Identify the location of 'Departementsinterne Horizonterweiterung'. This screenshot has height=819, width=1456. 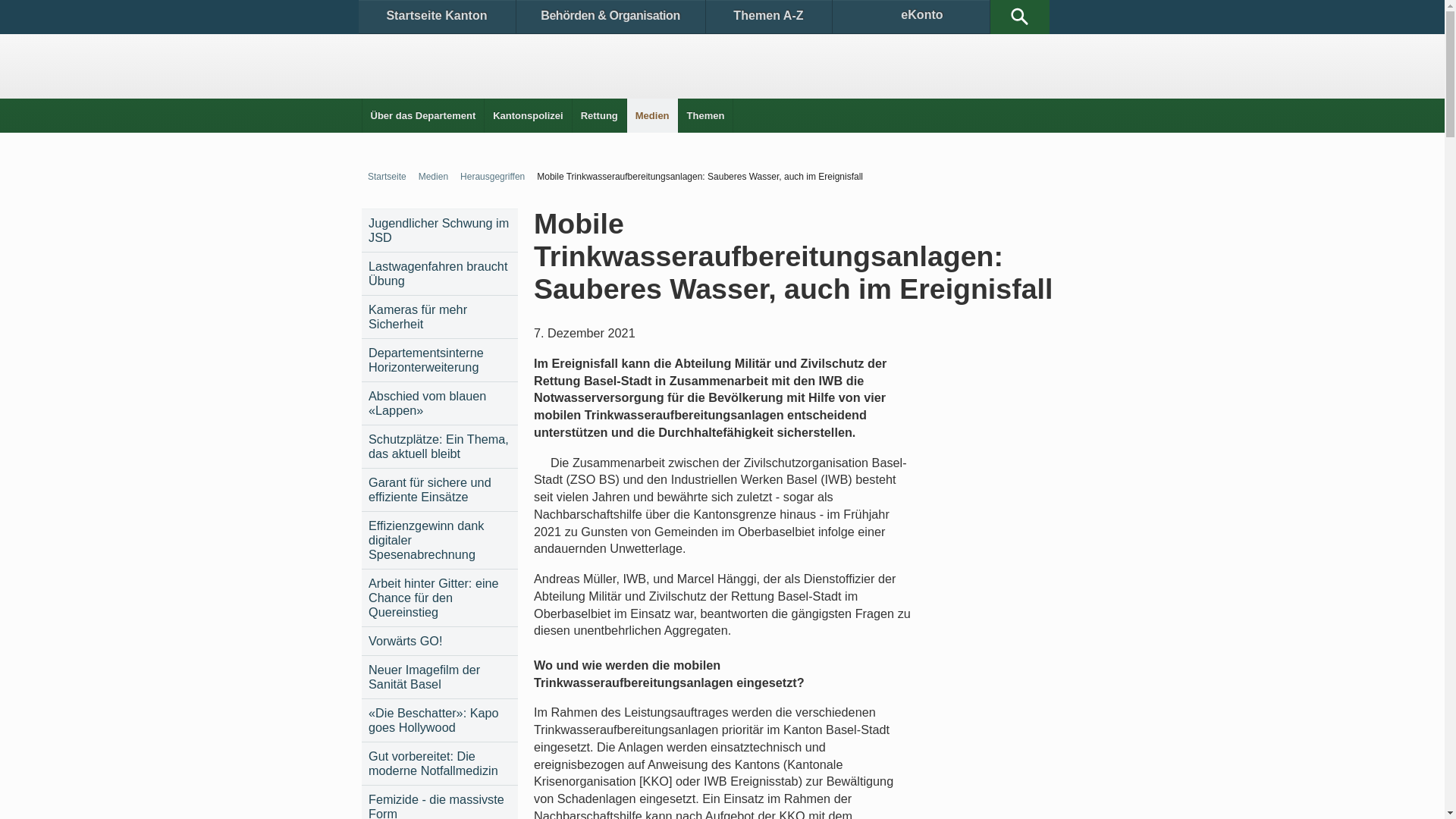
(439, 359).